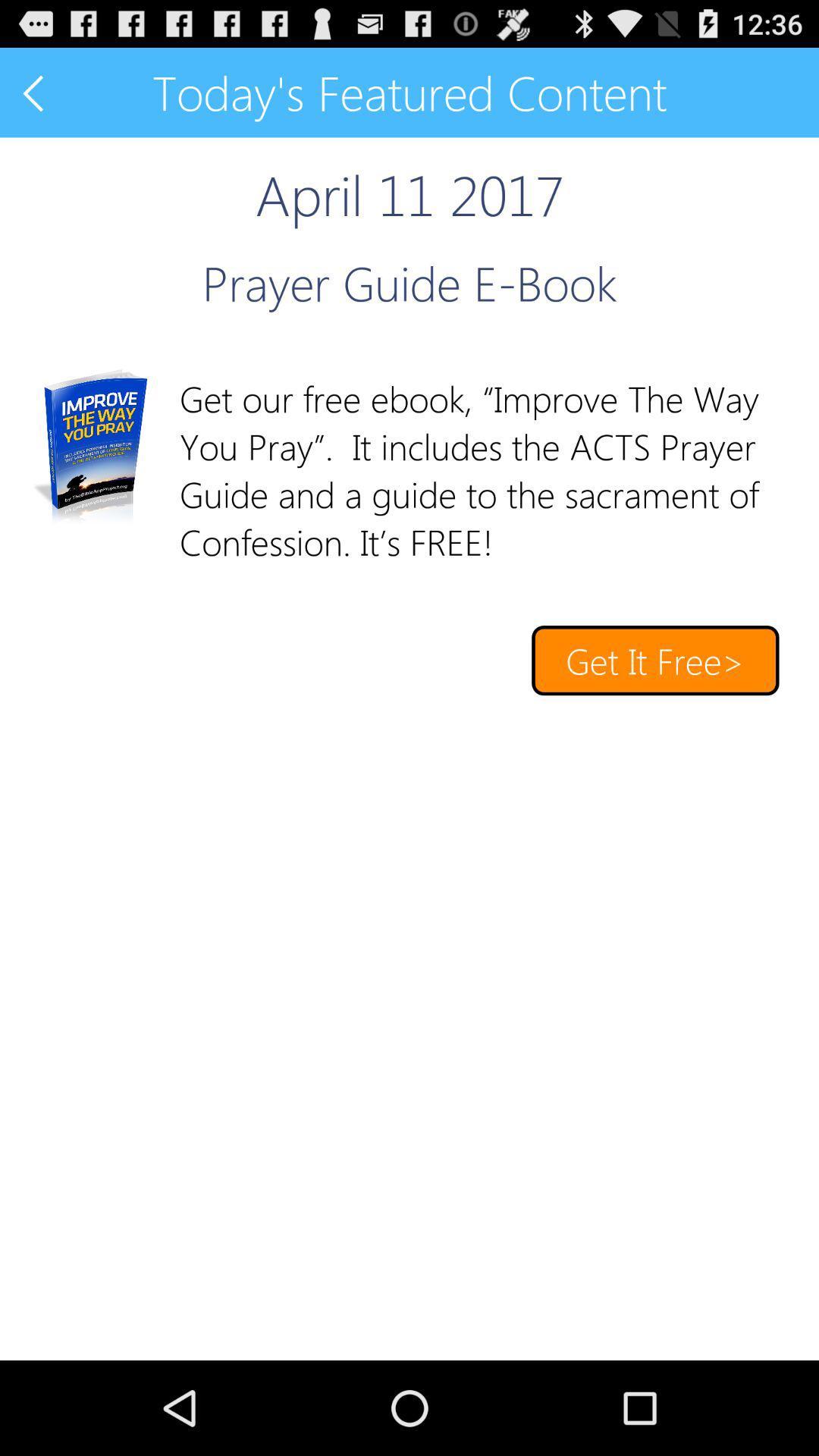 The height and width of the screenshot is (1456, 819). What do you see at coordinates (34, 98) in the screenshot?
I see `the arrow_backward icon` at bounding box center [34, 98].